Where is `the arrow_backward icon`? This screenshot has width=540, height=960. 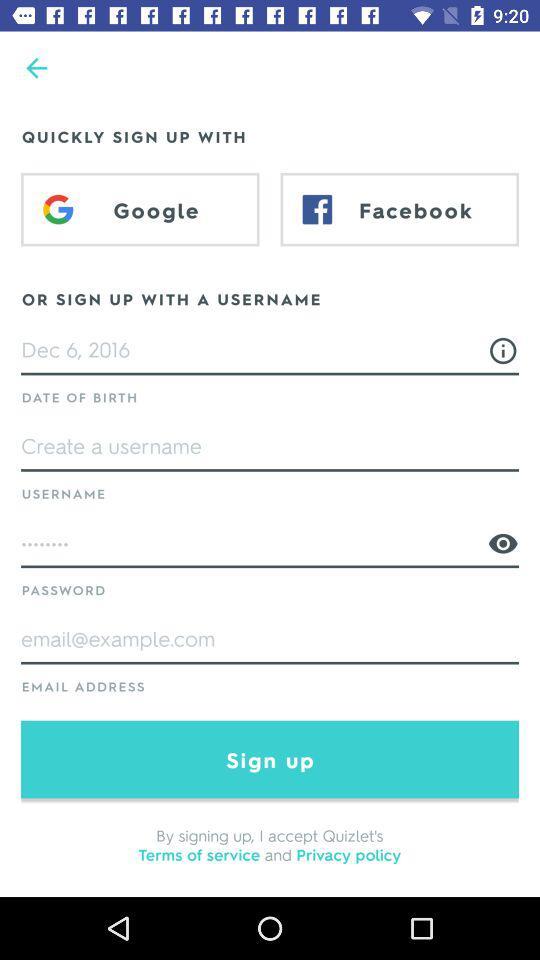
the arrow_backward icon is located at coordinates (36, 68).